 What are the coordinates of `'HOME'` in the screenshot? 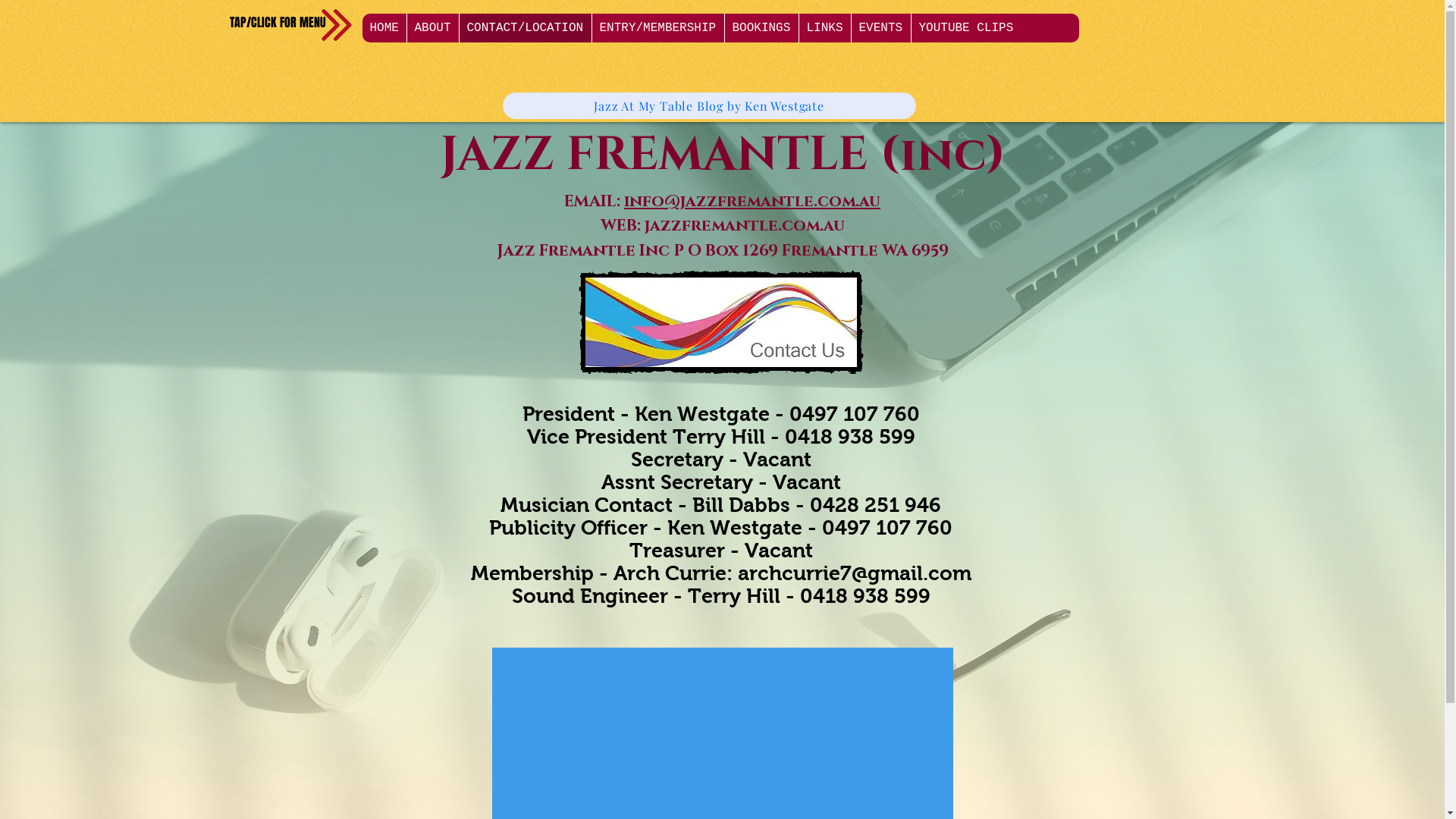 It's located at (362, 28).